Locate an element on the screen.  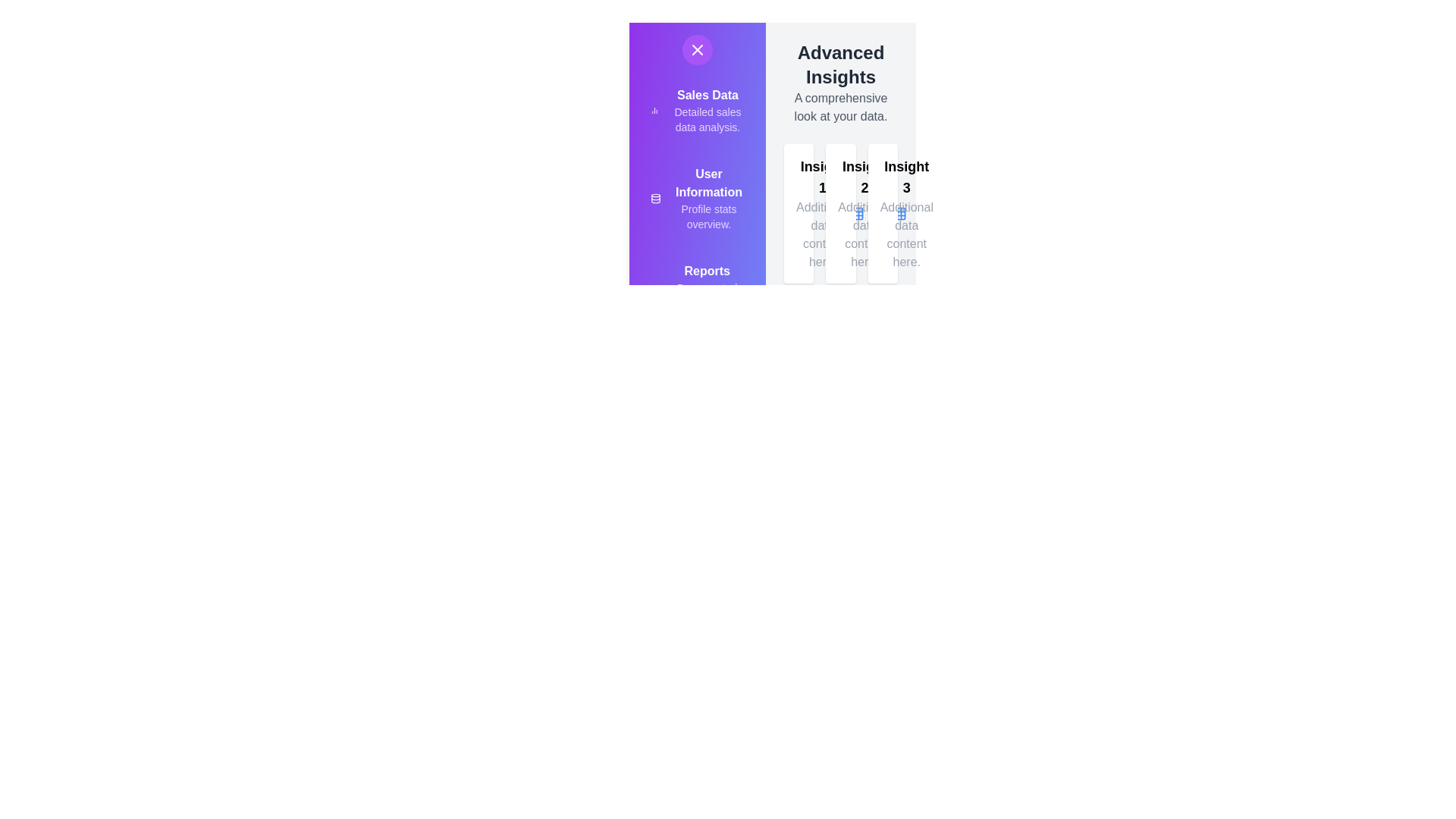
the grid icon in the insight card labeled Insight 1 is located at coordinates (857, 213).